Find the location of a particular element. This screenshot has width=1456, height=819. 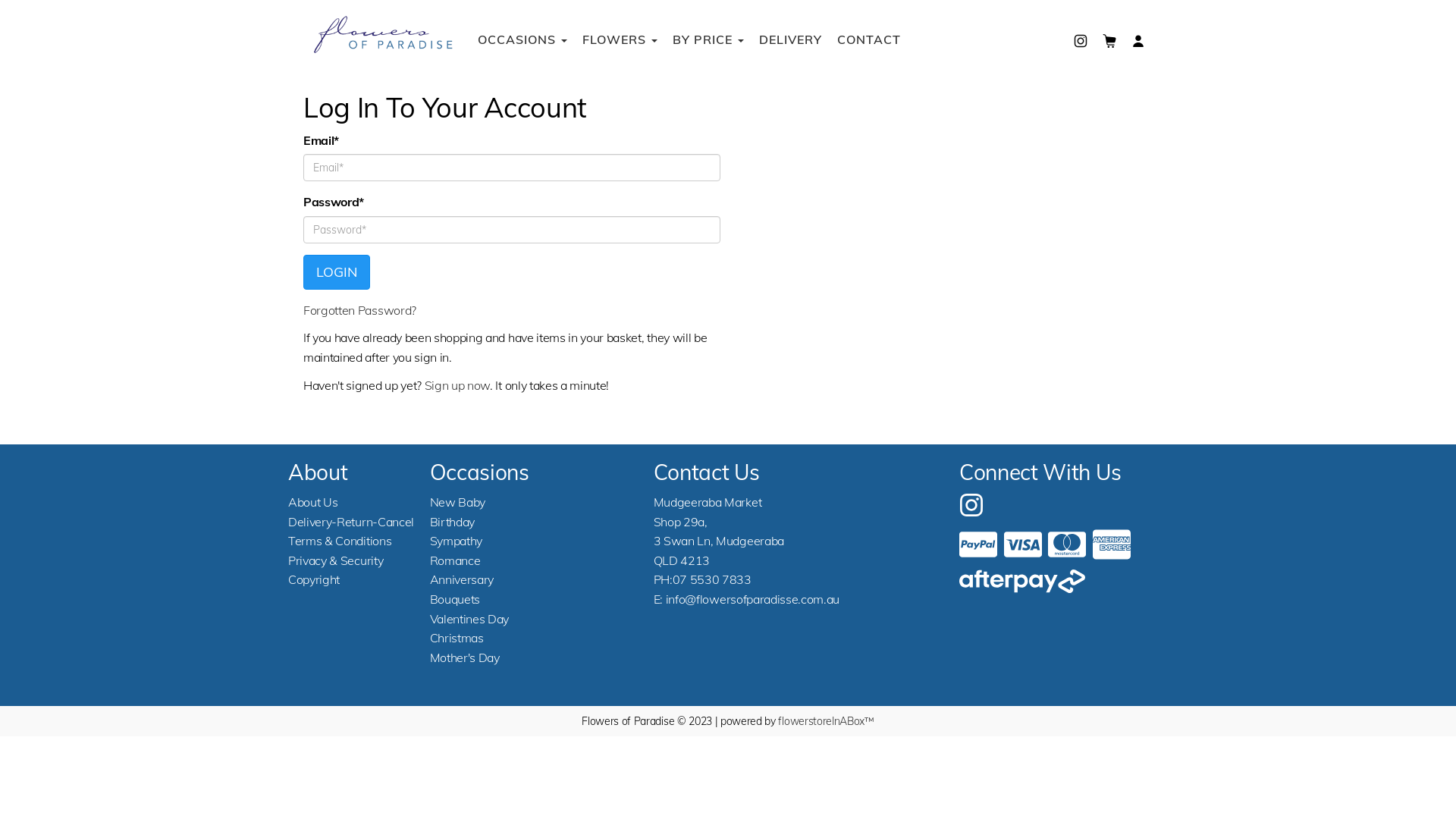

'instagram' is located at coordinates (971, 503).